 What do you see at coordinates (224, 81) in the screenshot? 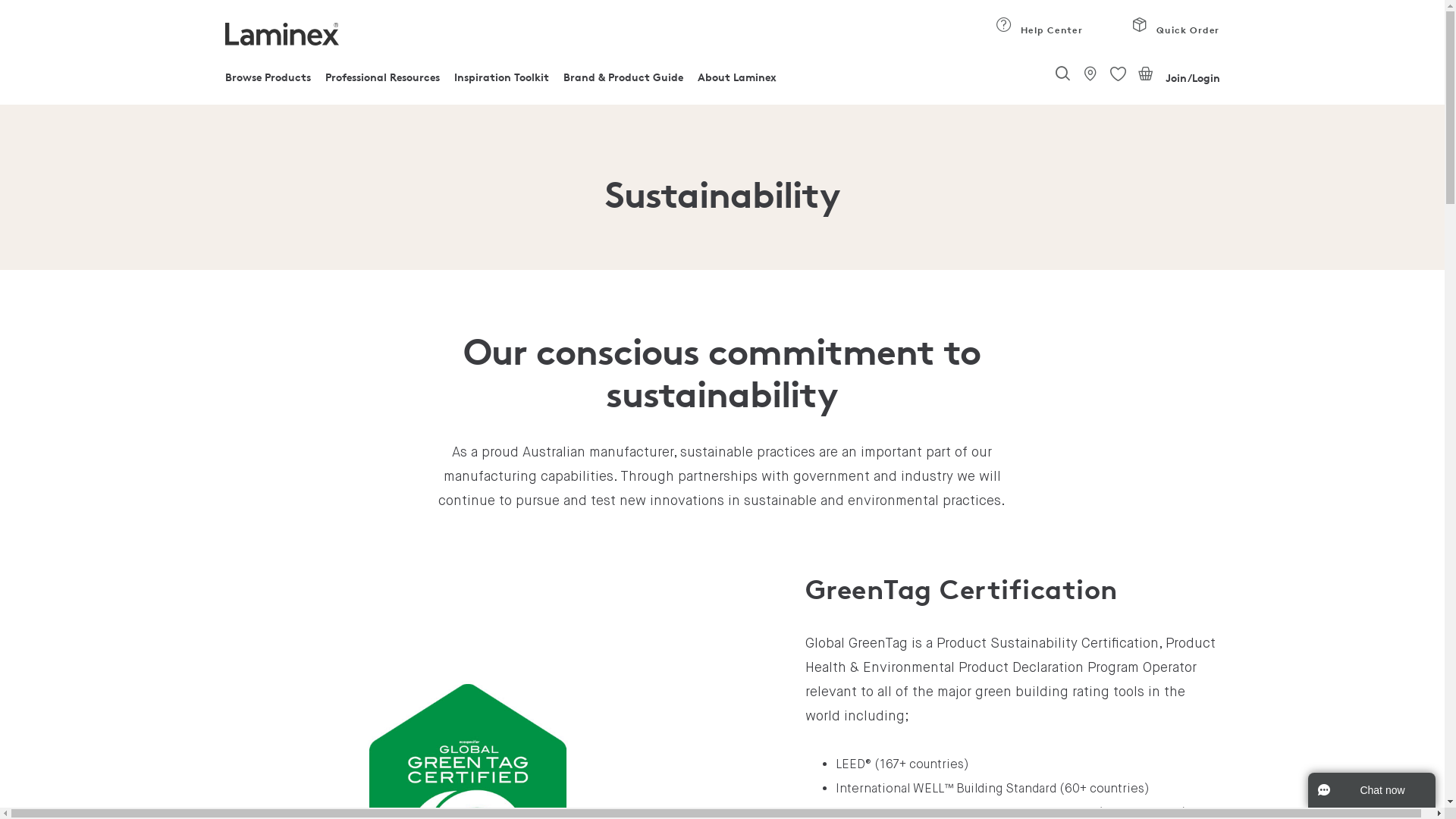
I see `'Browse Products'` at bounding box center [224, 81].